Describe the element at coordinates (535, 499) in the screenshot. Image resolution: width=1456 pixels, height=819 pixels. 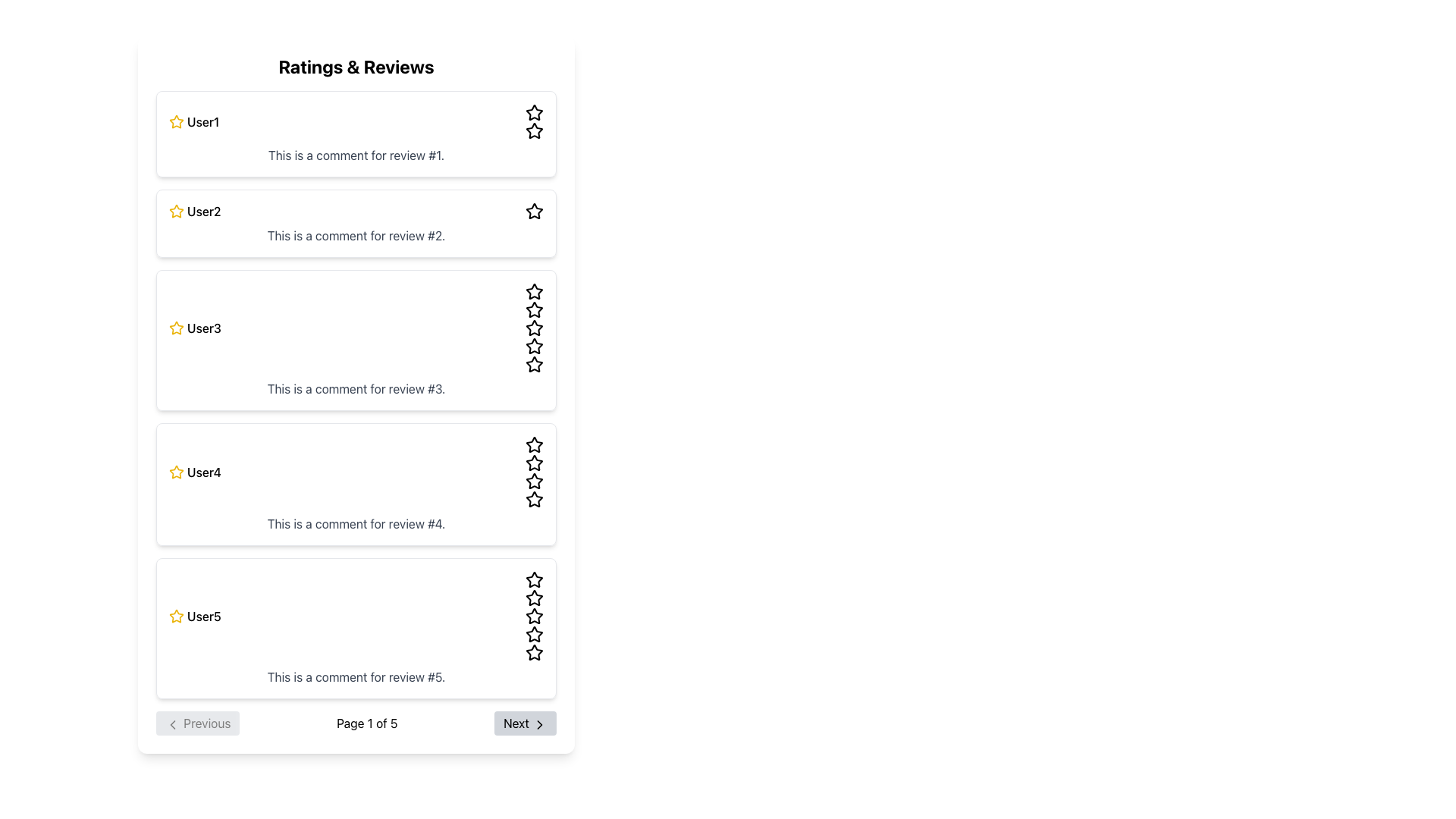
I see `the fourth star in the five-star rating system associated with the 'User4' review` at that location.